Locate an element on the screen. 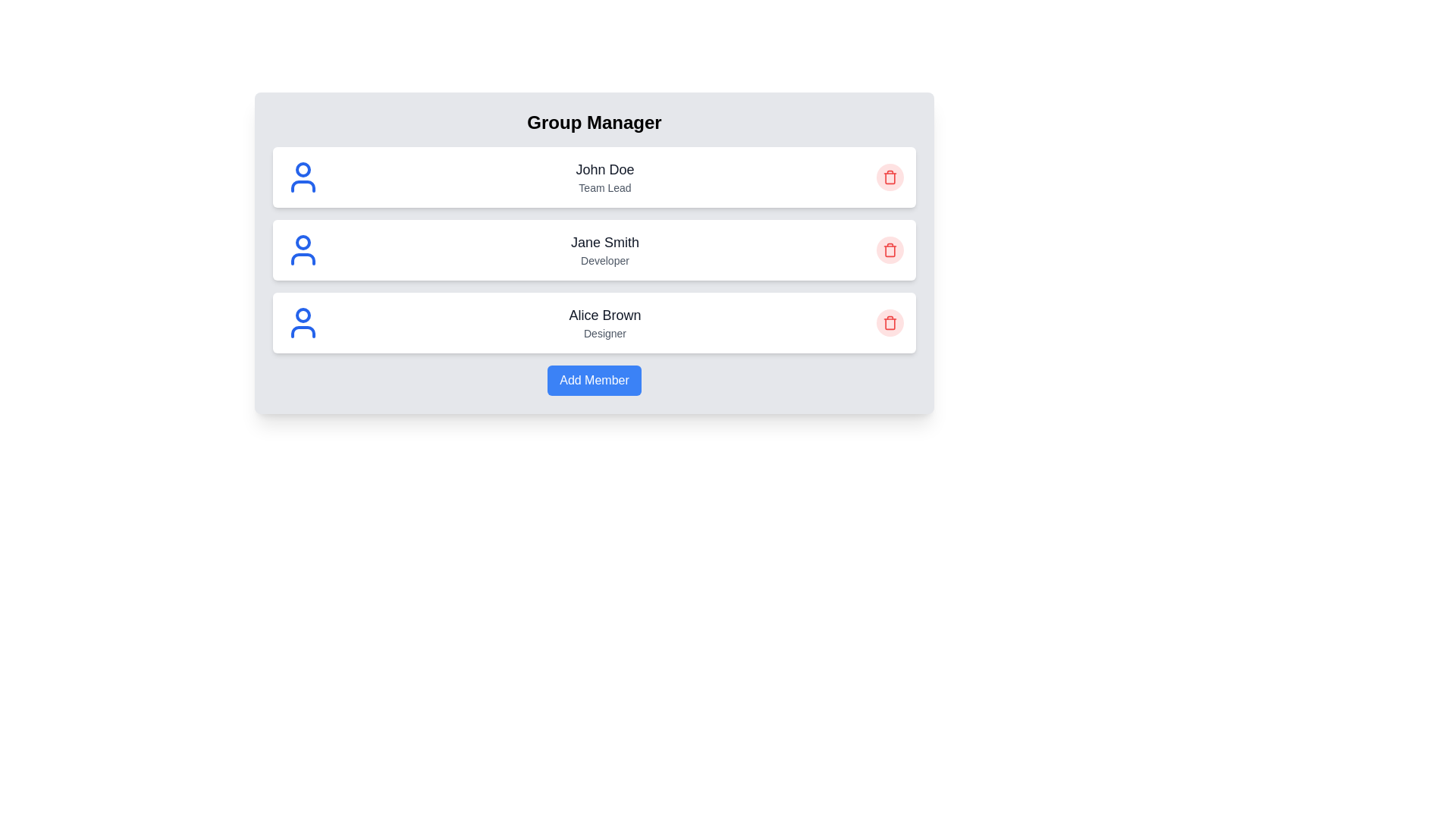  the static text element displaying 'Team Lead', which is styled in small font size and muted gray color, located below 'John Doe' is located at coordinates (604, 187).